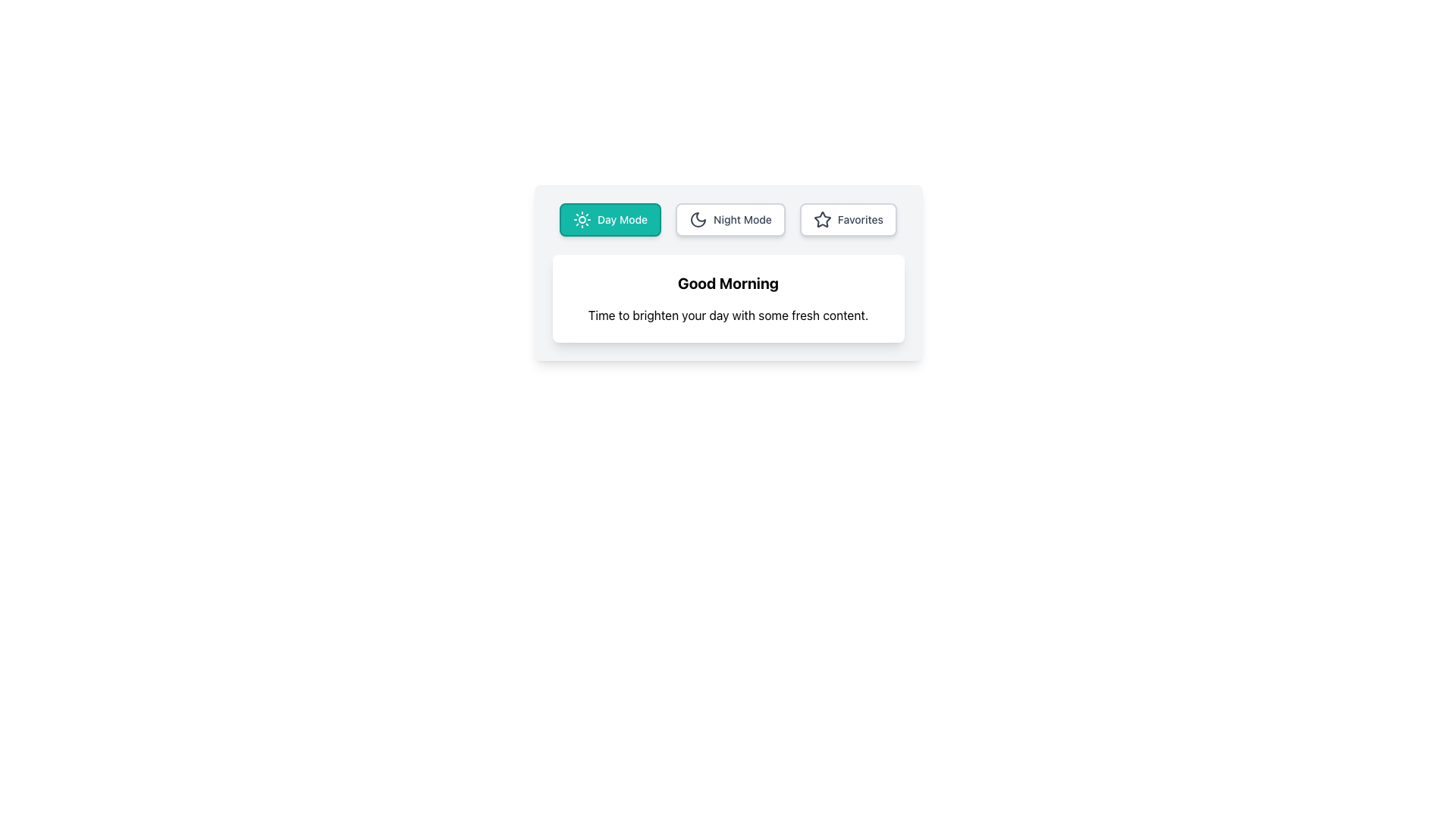 Image resolution: width=1456 pixels, height=819 pixels. I want to click on the crescent moon icon within the Night Mode button located at the top section of the interface, so click(698, 219).